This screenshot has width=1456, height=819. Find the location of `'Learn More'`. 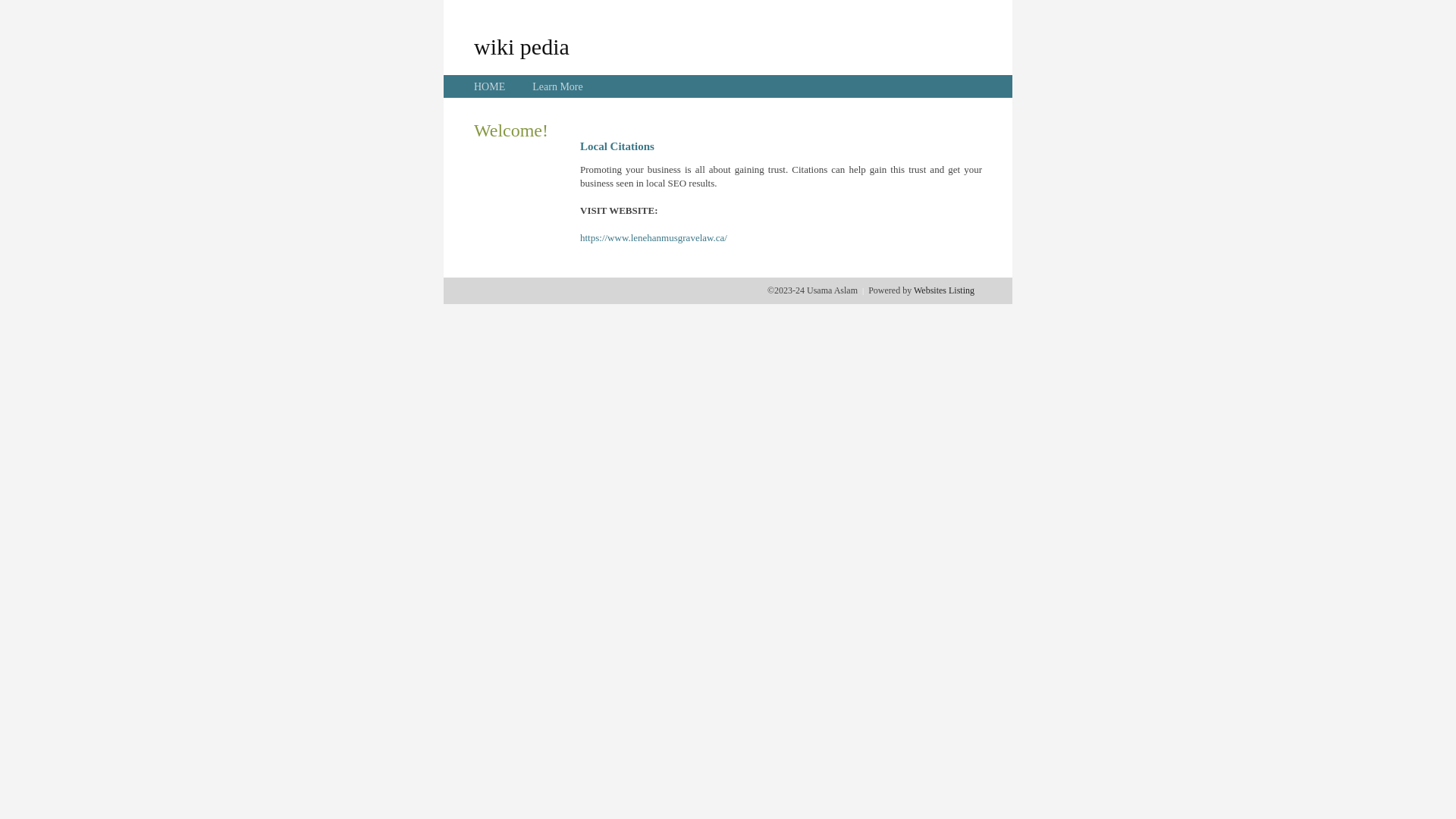

'Learn More' is located at coordinates (556, 86).